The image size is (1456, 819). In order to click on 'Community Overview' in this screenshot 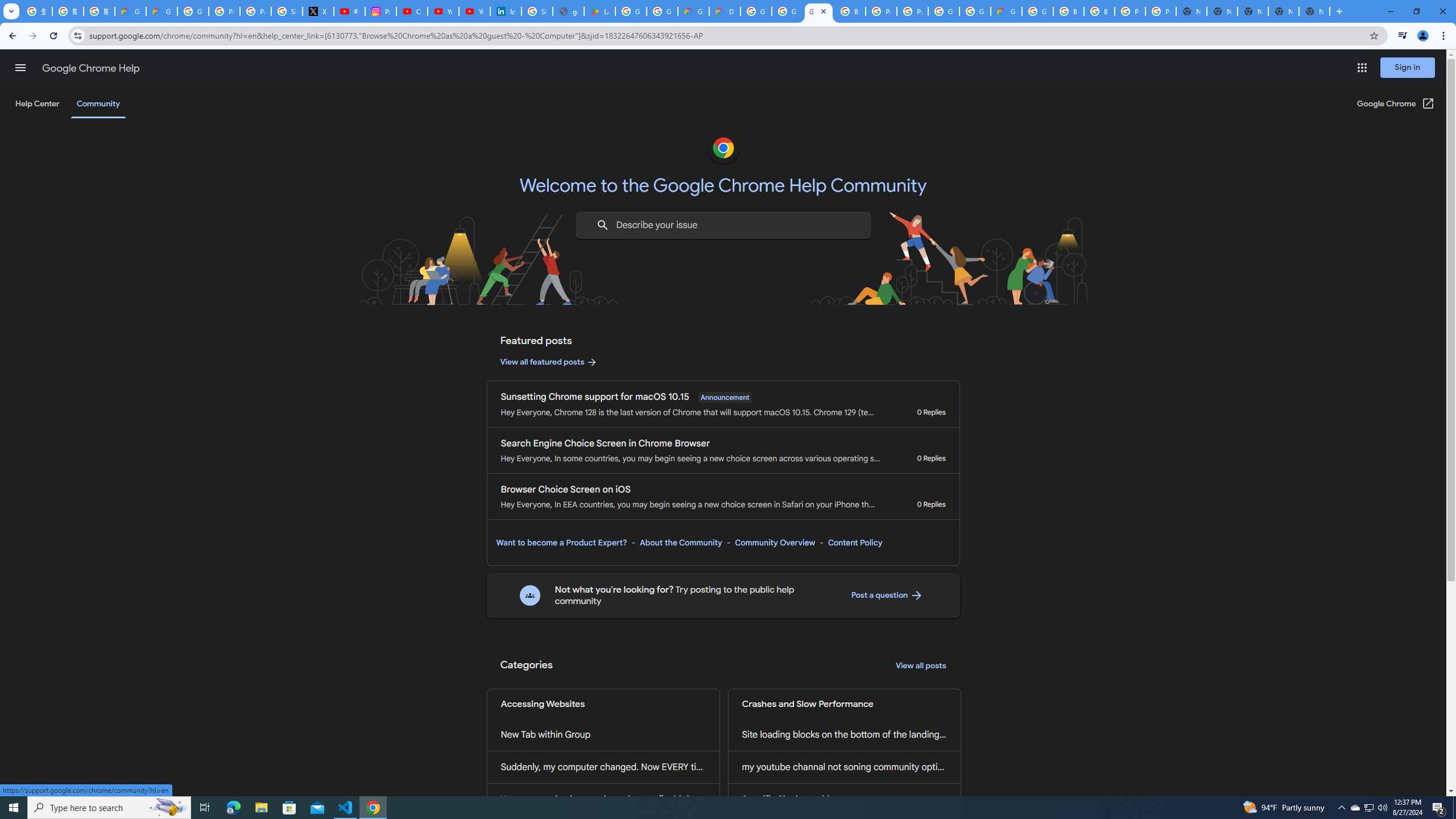, I will do `click(775, 542)`.